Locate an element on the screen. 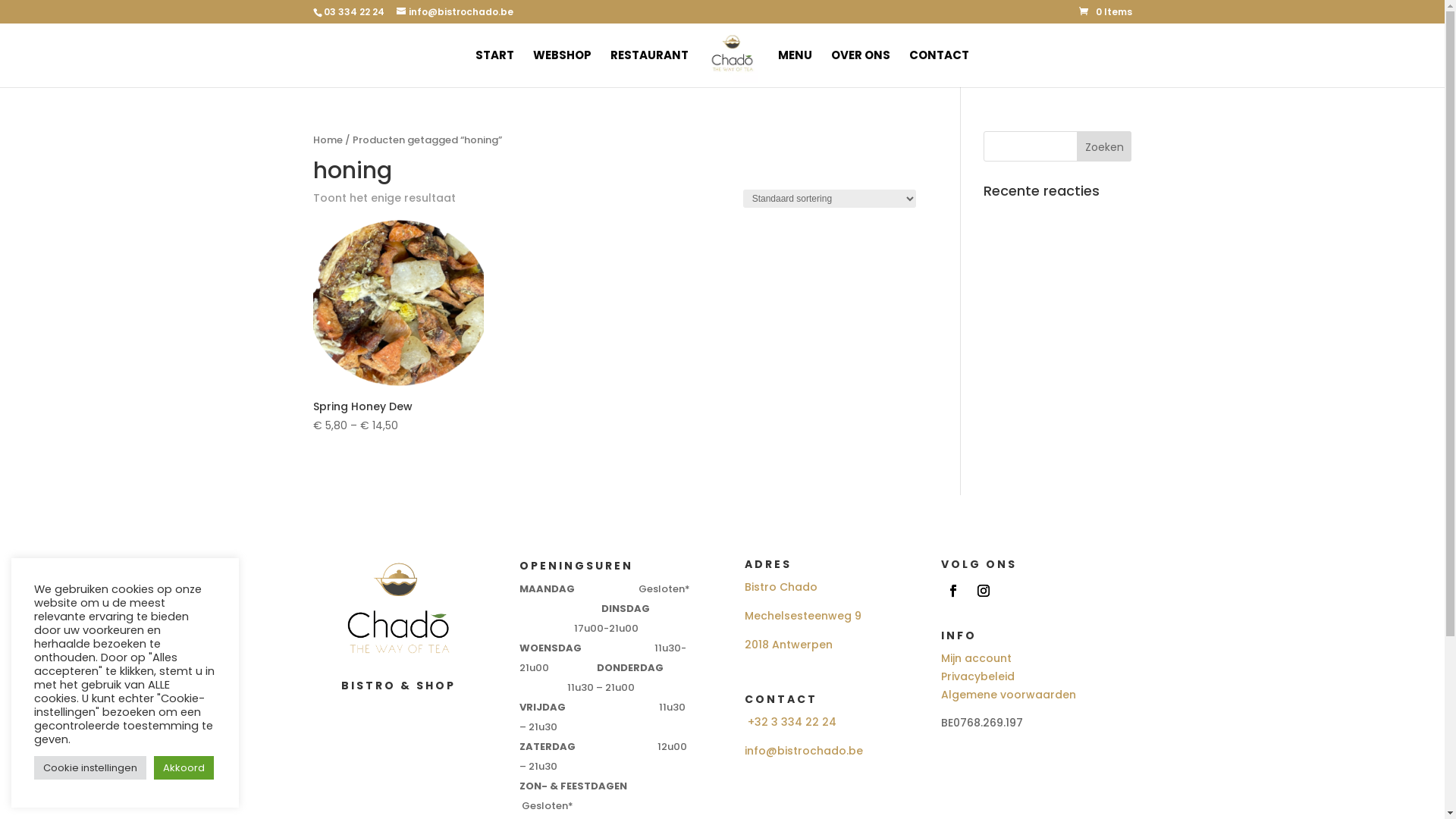 The width and height of the screenshot is (1456, 819). 'Algemene voorwaarden' is located at coordinates (1008, 694).